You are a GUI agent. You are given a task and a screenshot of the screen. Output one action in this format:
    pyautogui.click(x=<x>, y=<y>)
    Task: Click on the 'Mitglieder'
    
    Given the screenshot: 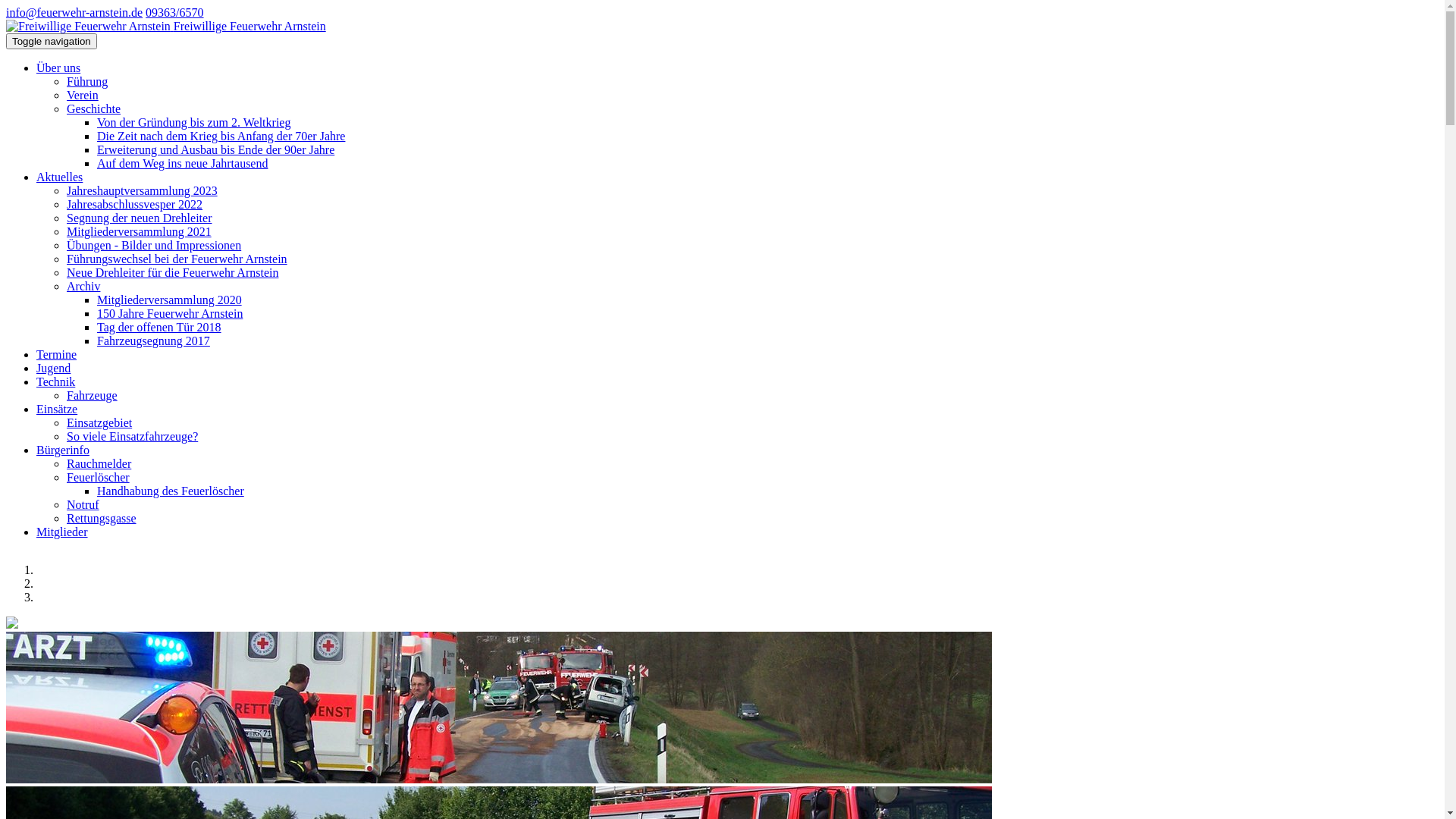 What is the action you would take?
    pyautogui.click(x=61, y=531)
    